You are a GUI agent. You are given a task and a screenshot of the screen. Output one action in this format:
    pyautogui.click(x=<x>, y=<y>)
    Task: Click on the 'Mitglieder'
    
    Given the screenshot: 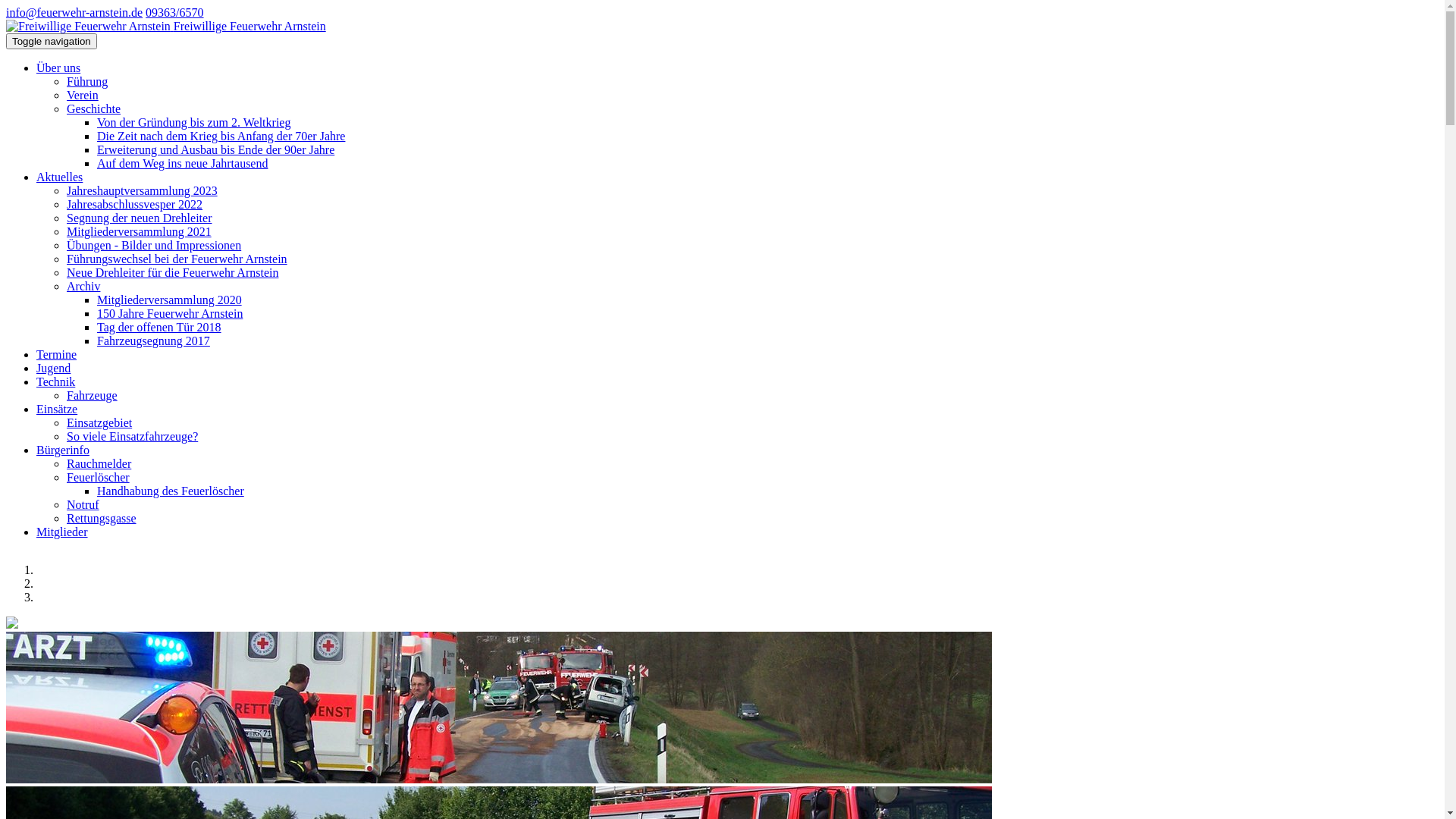 What is the action you would take?
    pyautogui.click(x=61, y=531)
    